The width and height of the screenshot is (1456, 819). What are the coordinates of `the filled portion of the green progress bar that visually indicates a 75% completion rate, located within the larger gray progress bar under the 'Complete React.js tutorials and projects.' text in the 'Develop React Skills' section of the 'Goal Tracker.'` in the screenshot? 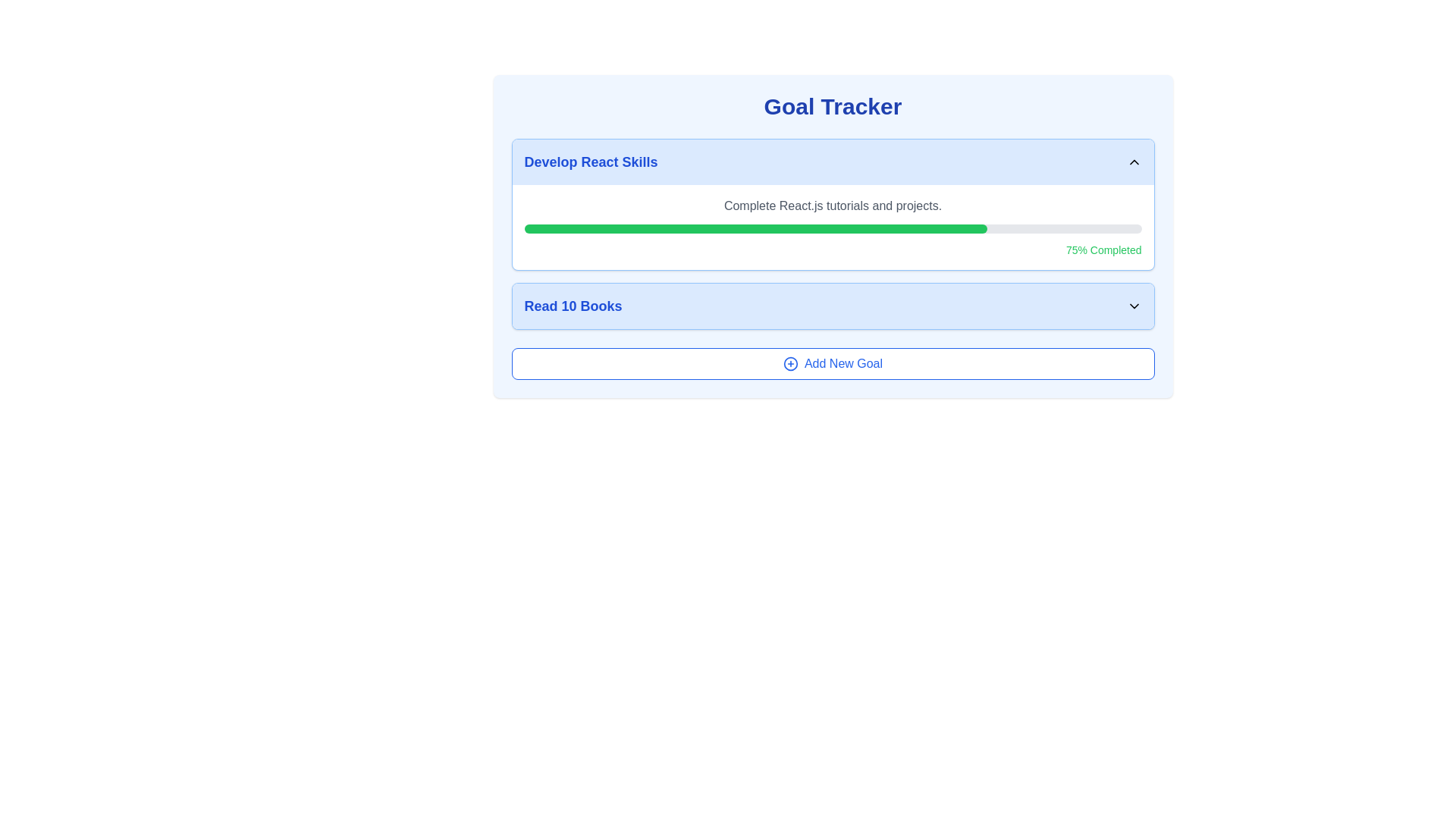 It's located at (755, 228).